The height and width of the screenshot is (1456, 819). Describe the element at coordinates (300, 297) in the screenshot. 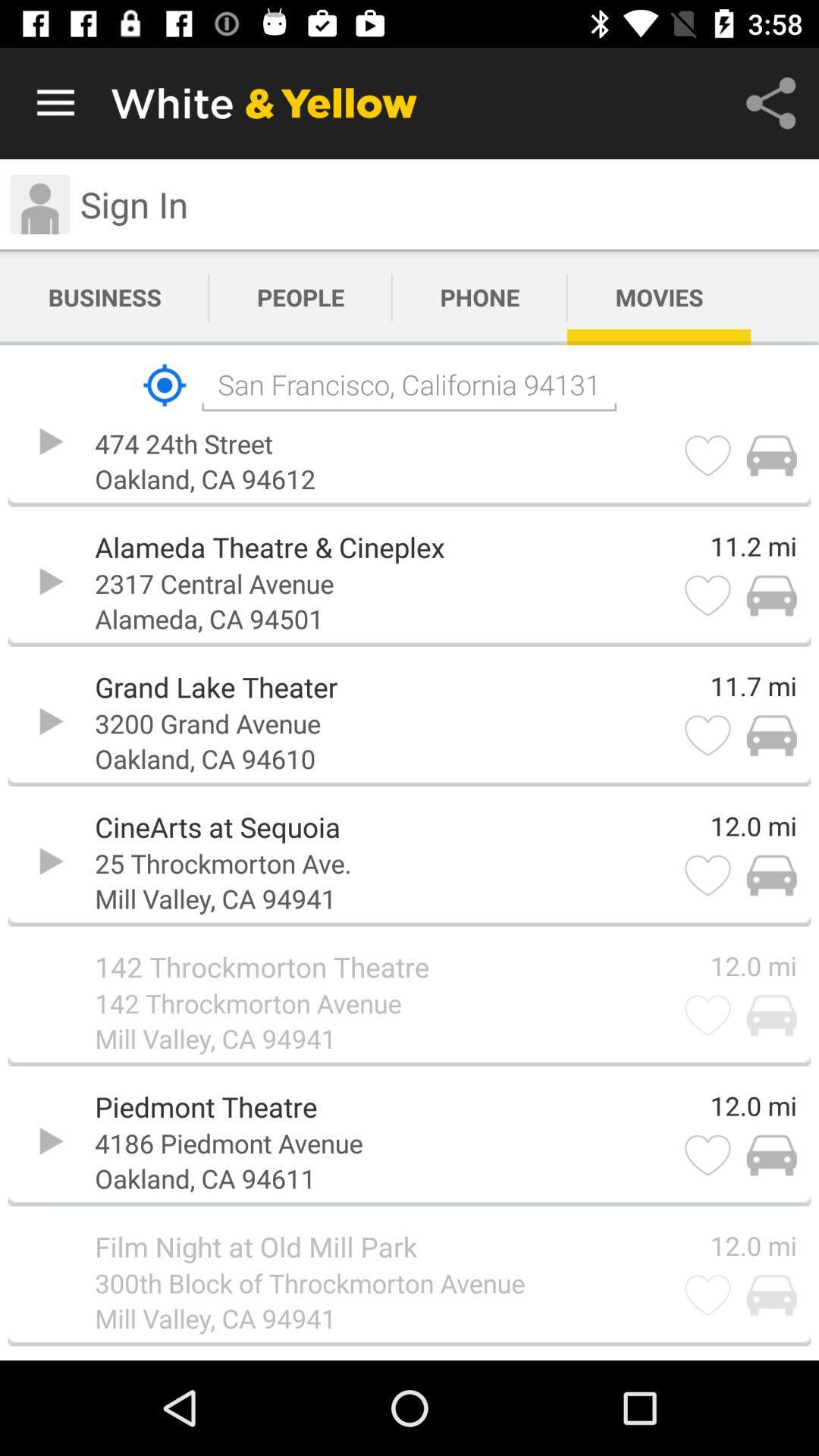

I see `the icon next to business item` at that location.